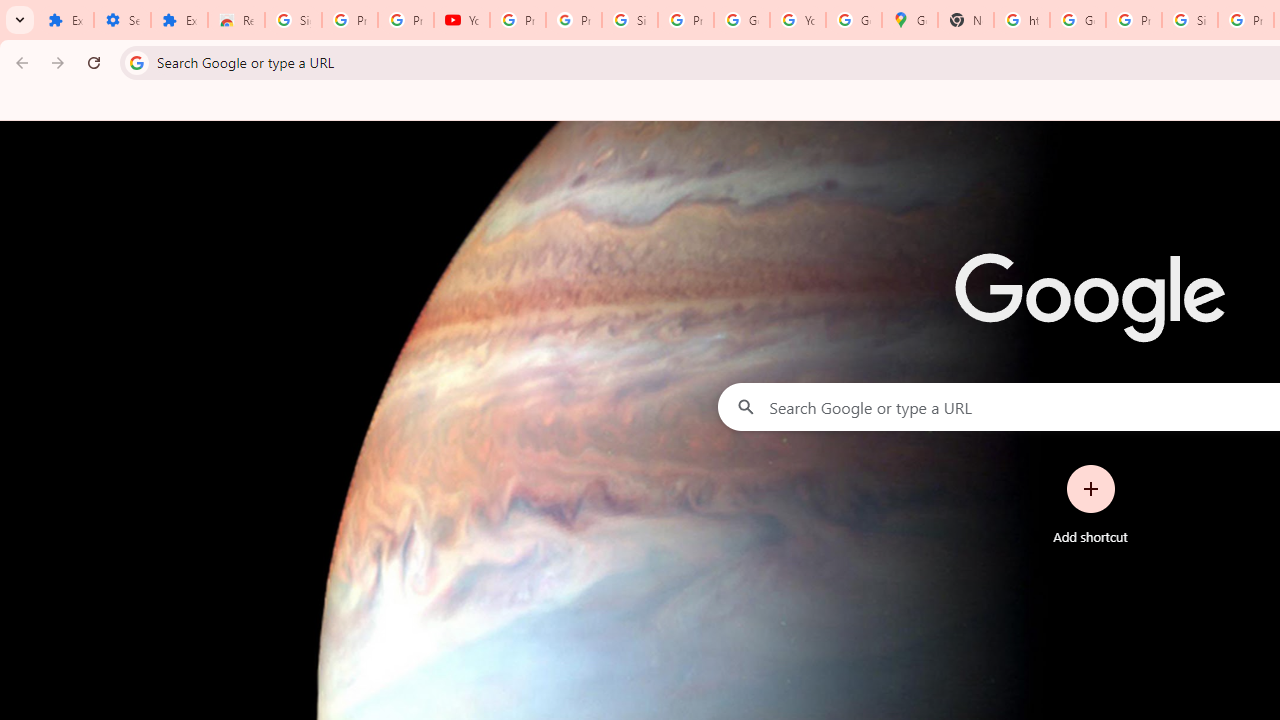 The width and height of the screenshot is (1280, 720). What do you see at coordinates (236, 20) in the screenshot?
I see `'Reviews: Helix Fruit Jump Arcade Game'` at bounding box center [236, 20].